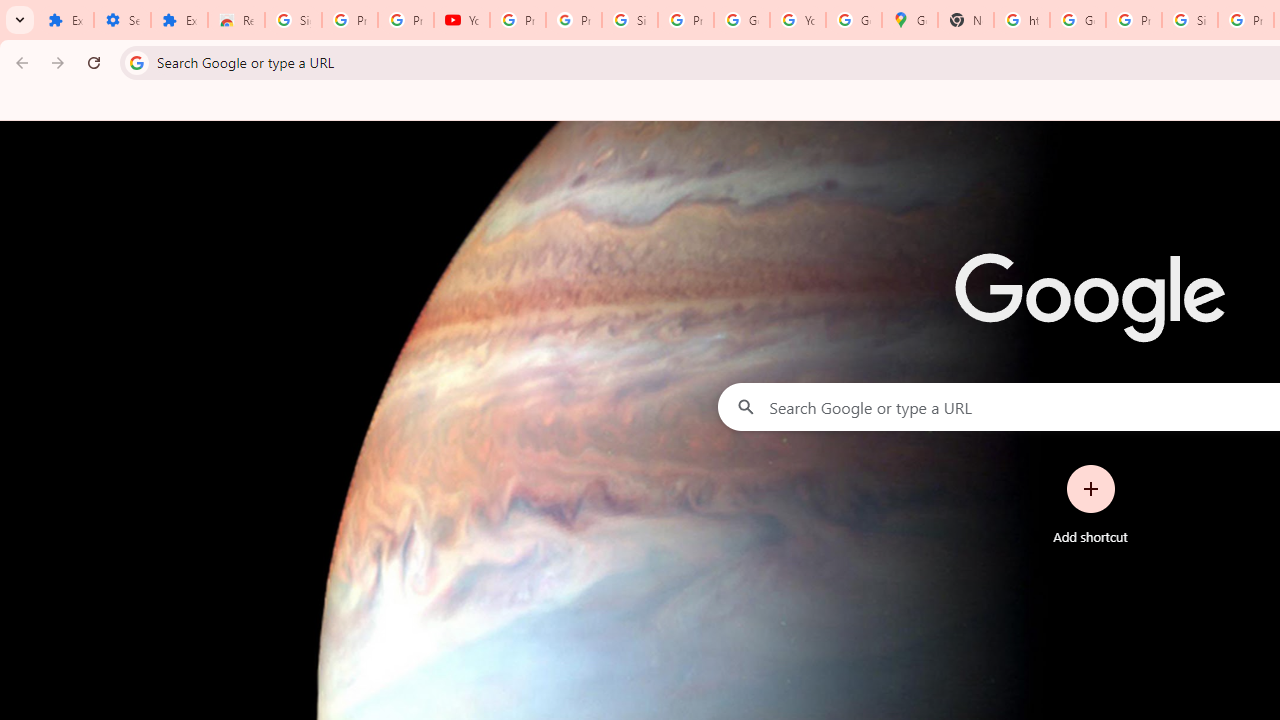 The width and height of the screenshot is (1280, 720). What do you see at coordinates (236, 20) in the screenshot?
I see `'Reviews: Helix Fruit Jump Arcade Game'` at bounding box center [236, 20].